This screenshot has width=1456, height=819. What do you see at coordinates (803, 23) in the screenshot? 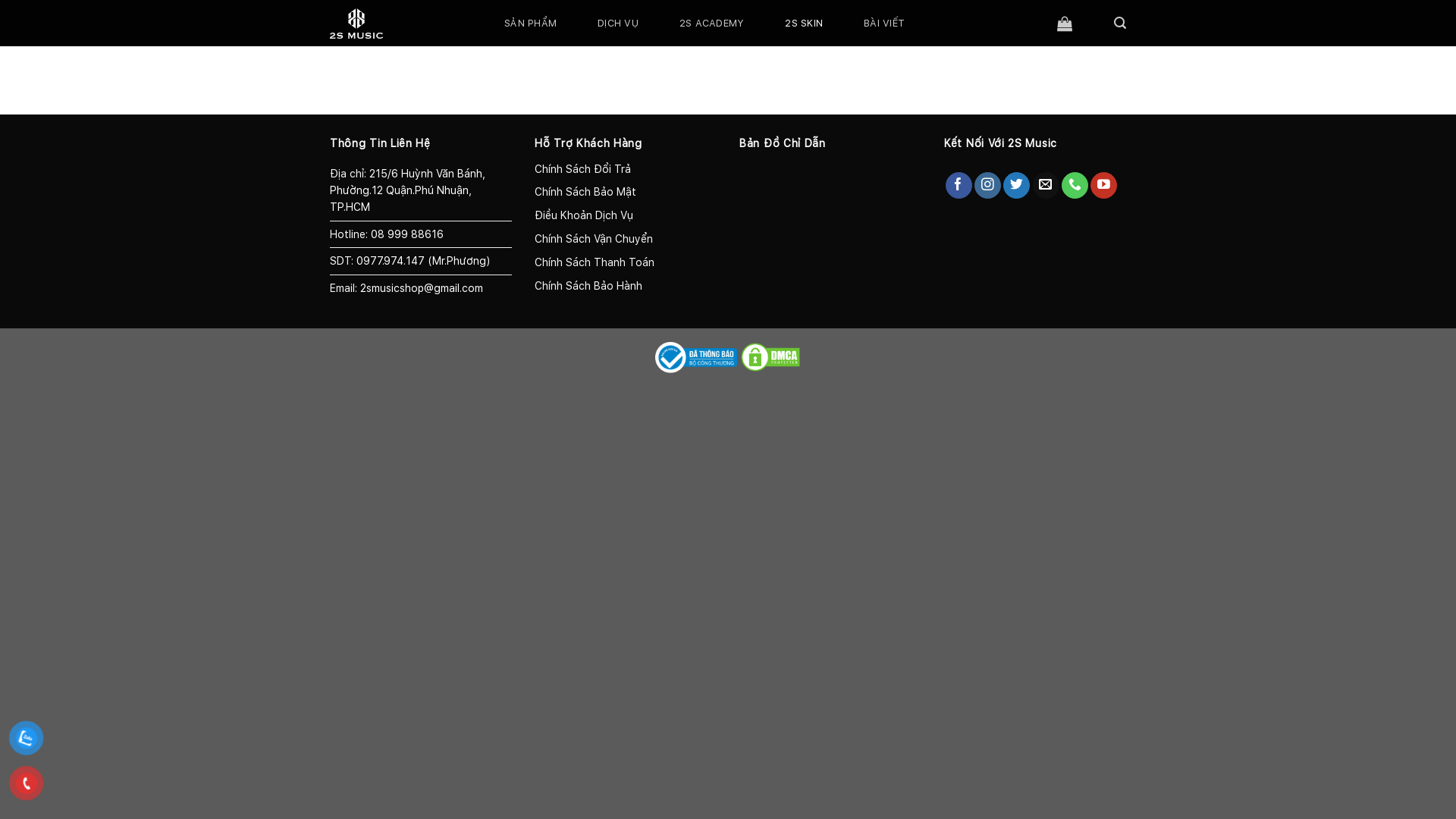
I see `'2S SKIN'` at bounding box center [803, 23].